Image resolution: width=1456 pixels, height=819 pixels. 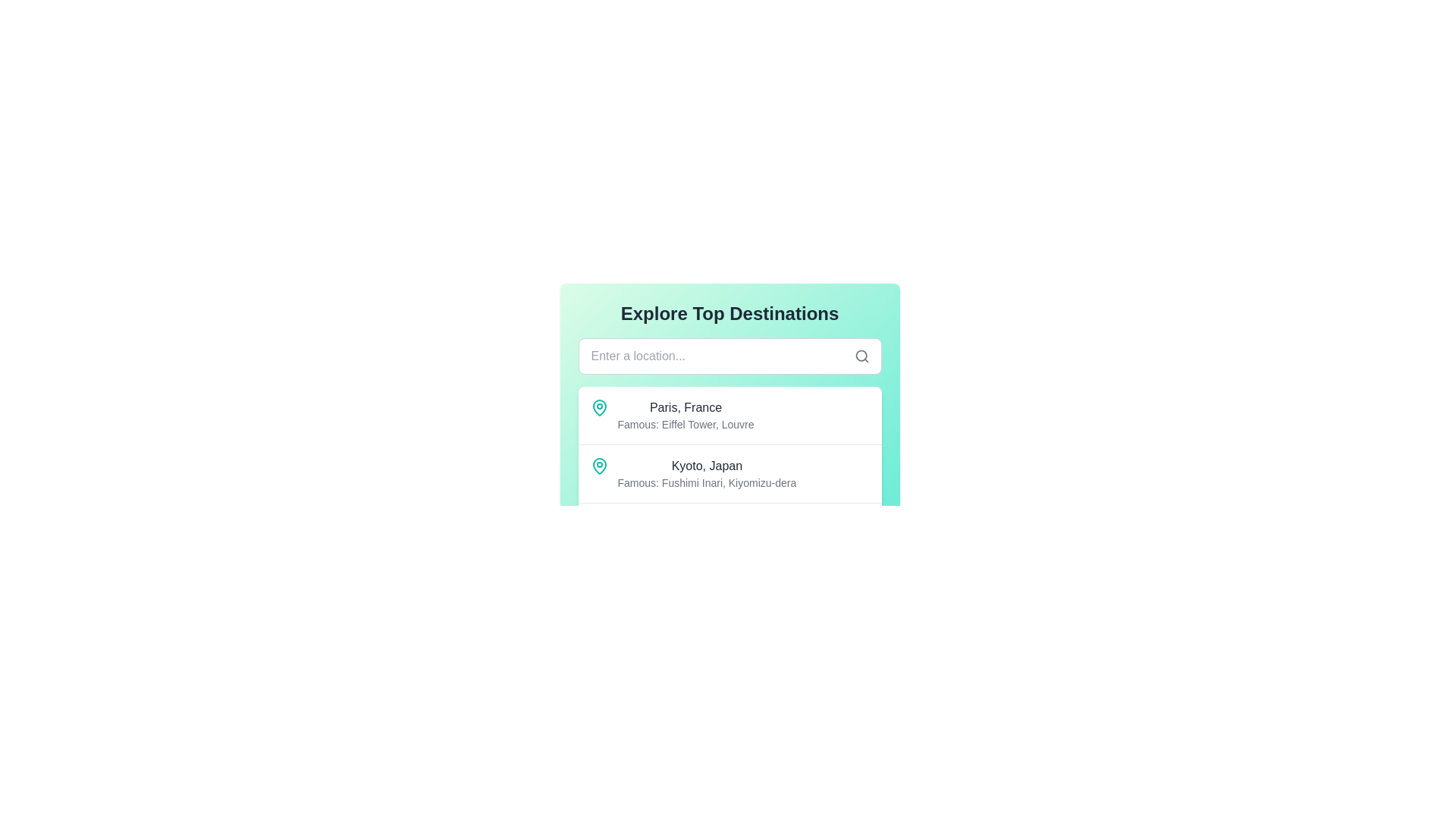 I want to click on the map pin icon located next to 'Kyoto, Japan' in the 'Explore Top Destinations' section, so click(x=598, y=465).